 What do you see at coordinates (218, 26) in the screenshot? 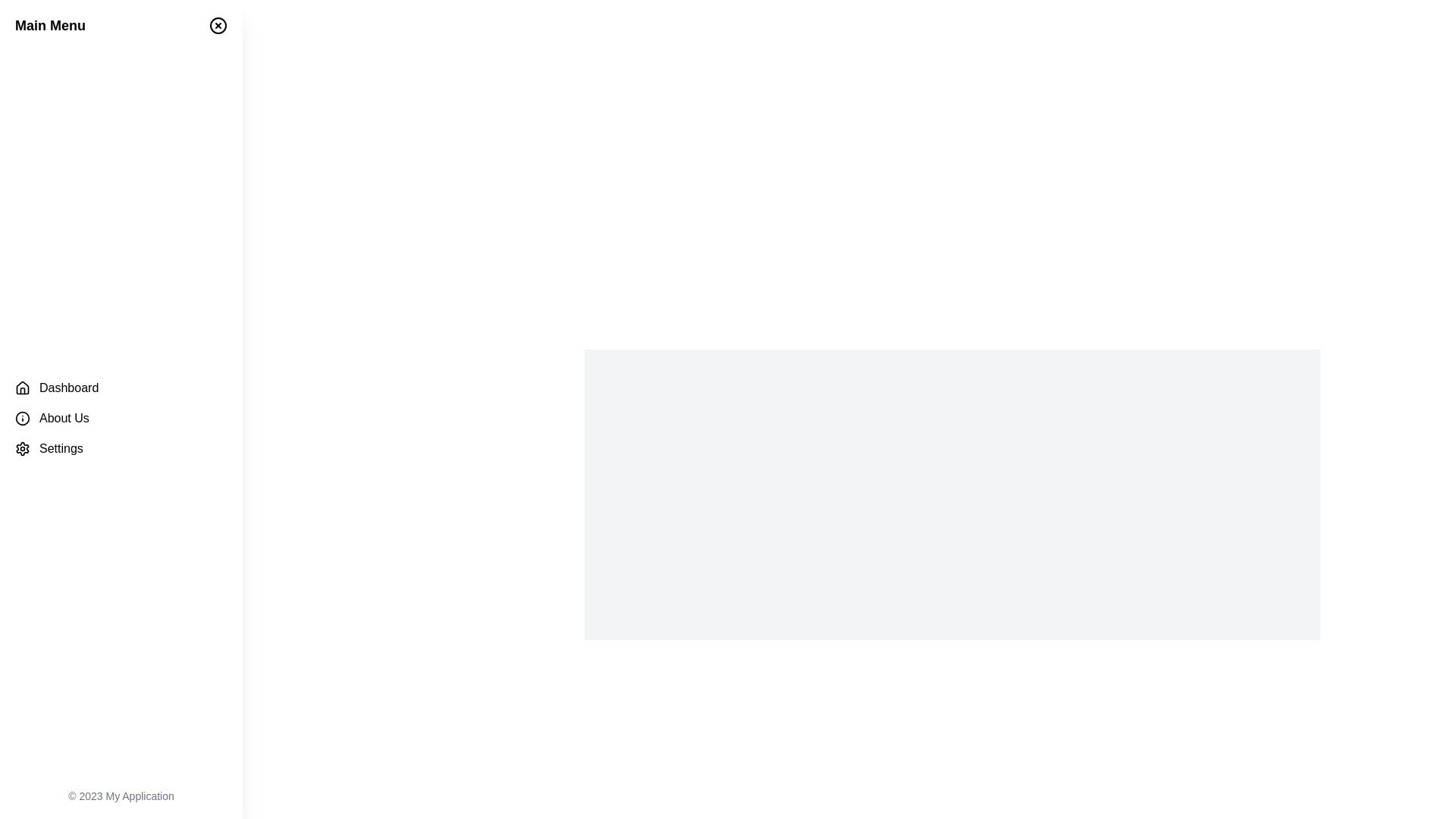
I see `the Close button icon located at the far right of the header bar labeled 'Main Menu'` at bounding box center [218, 26].